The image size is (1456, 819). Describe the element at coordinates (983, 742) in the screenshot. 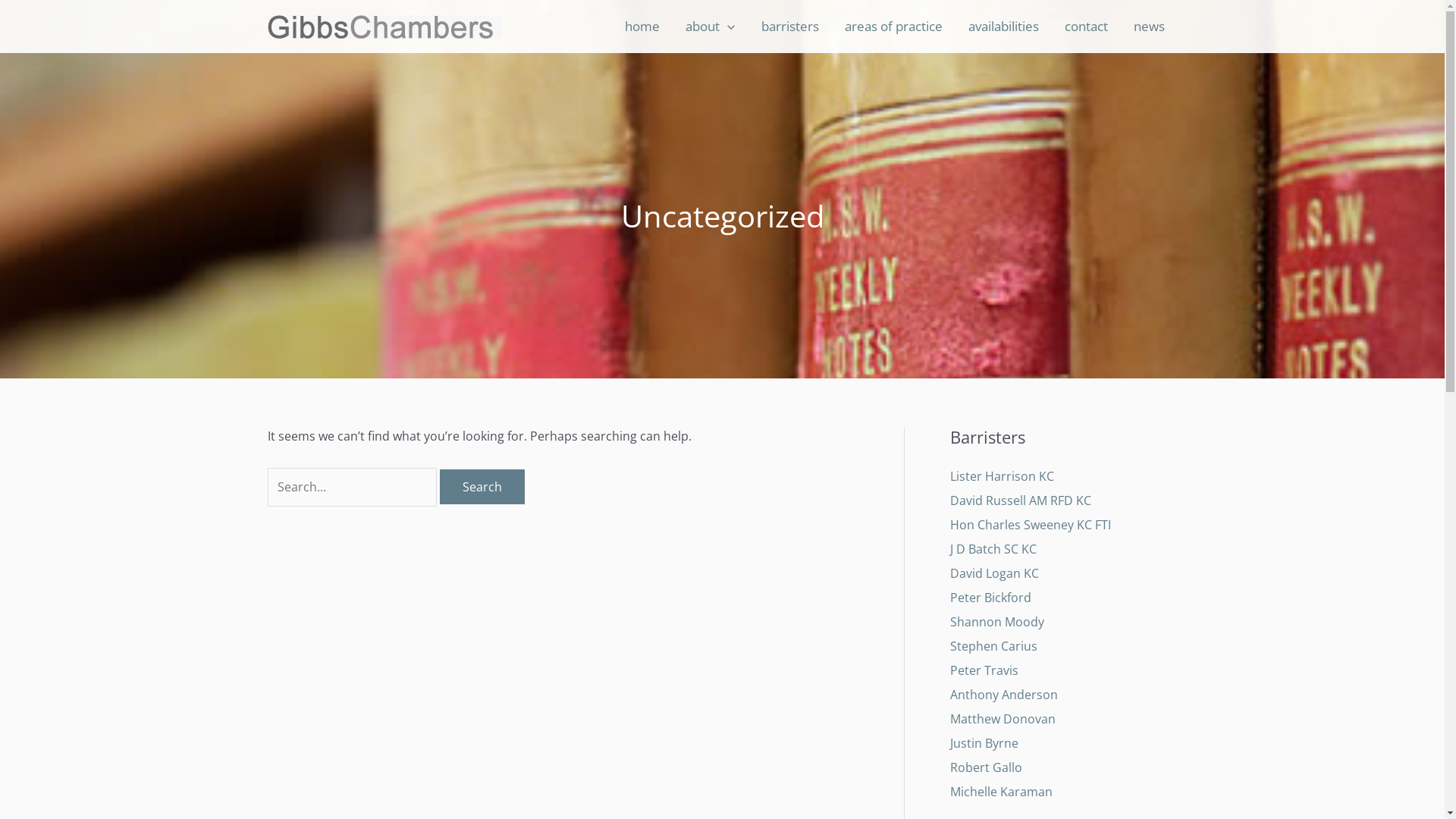

I see `'Justin Byrne'` at that location.